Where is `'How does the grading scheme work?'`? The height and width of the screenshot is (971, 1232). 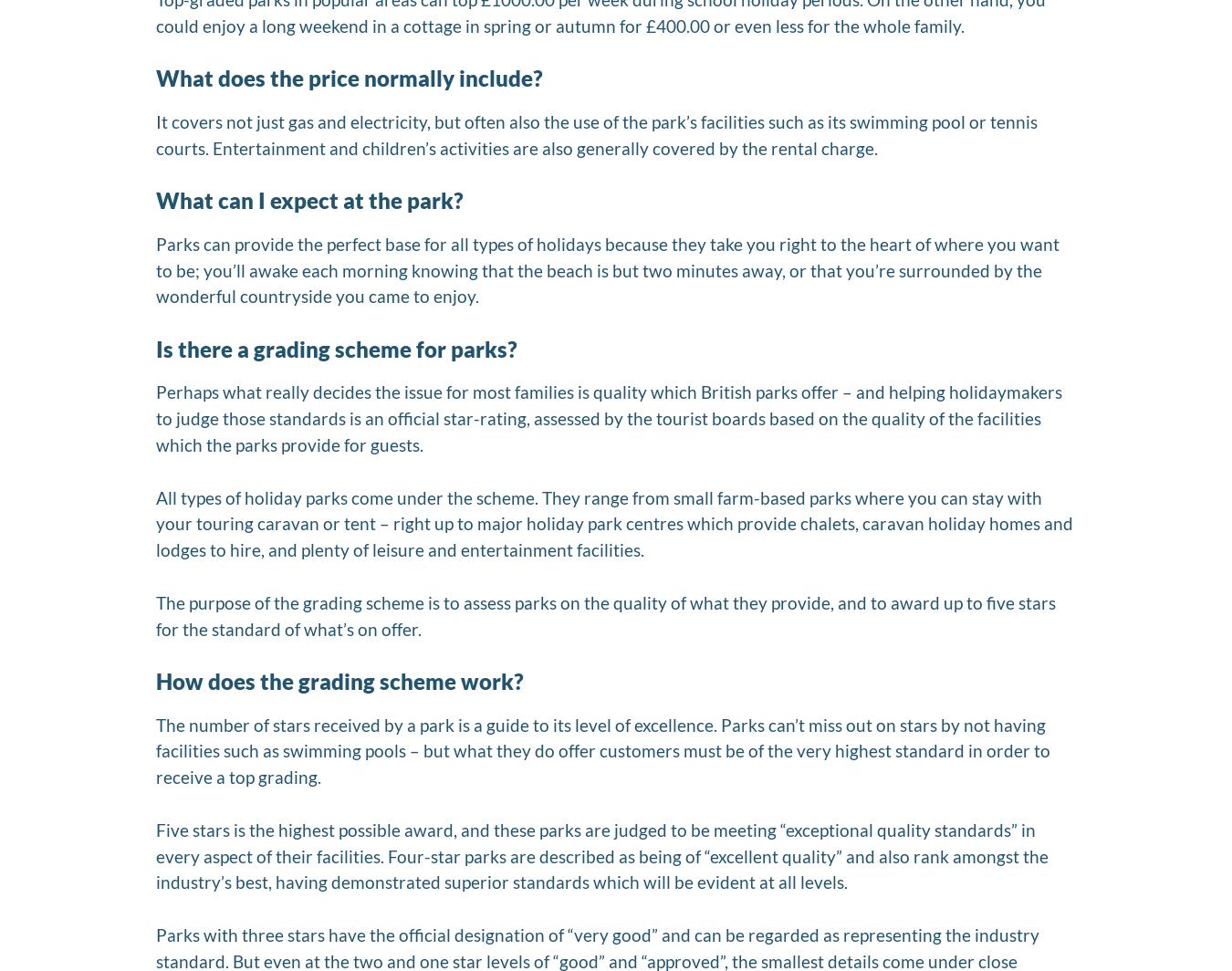
'How does the grading scheme work?' is located at coordinates (339, 681).